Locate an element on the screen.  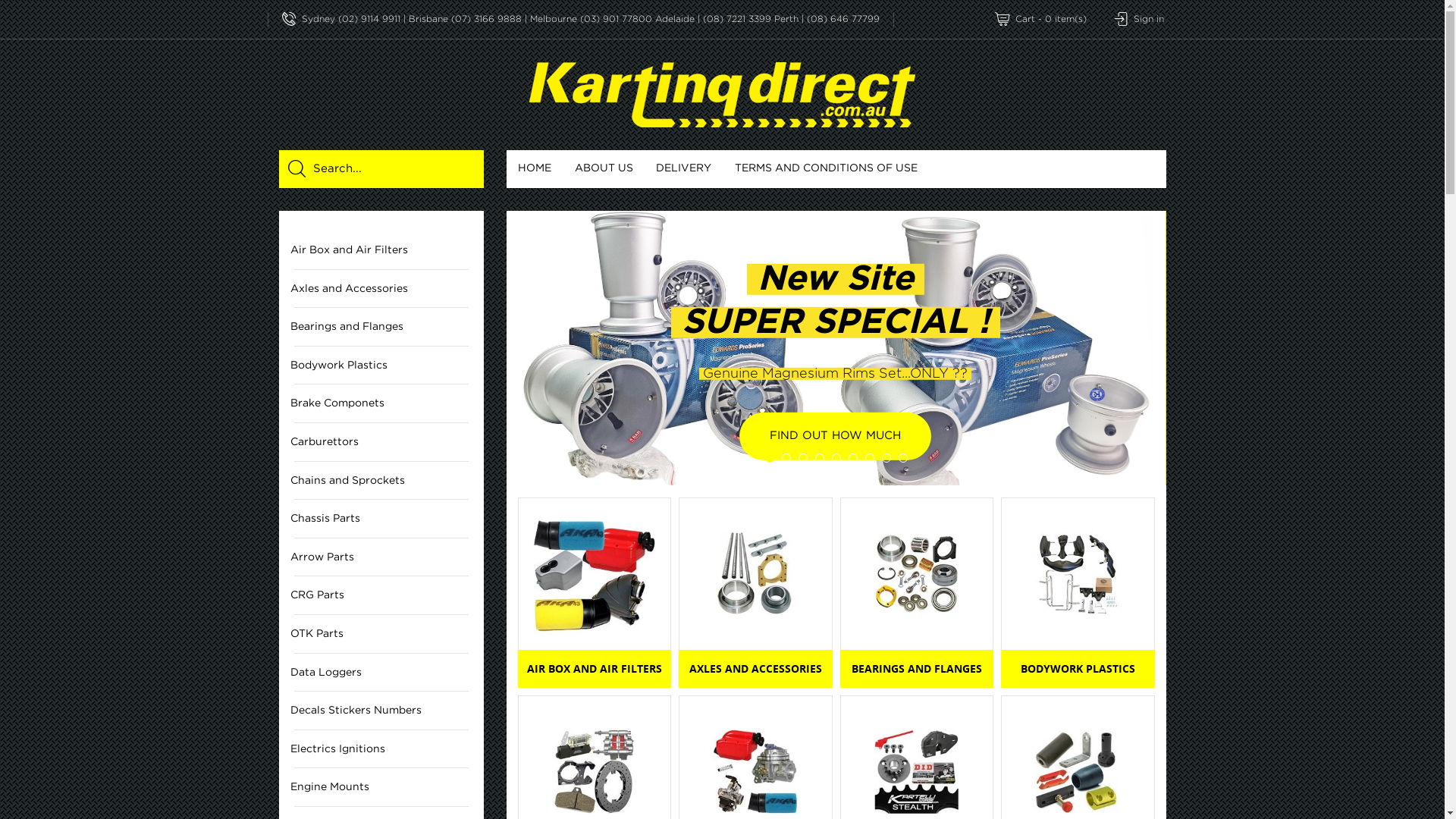
'ABOUT US' is located at coordinates (603, 169).